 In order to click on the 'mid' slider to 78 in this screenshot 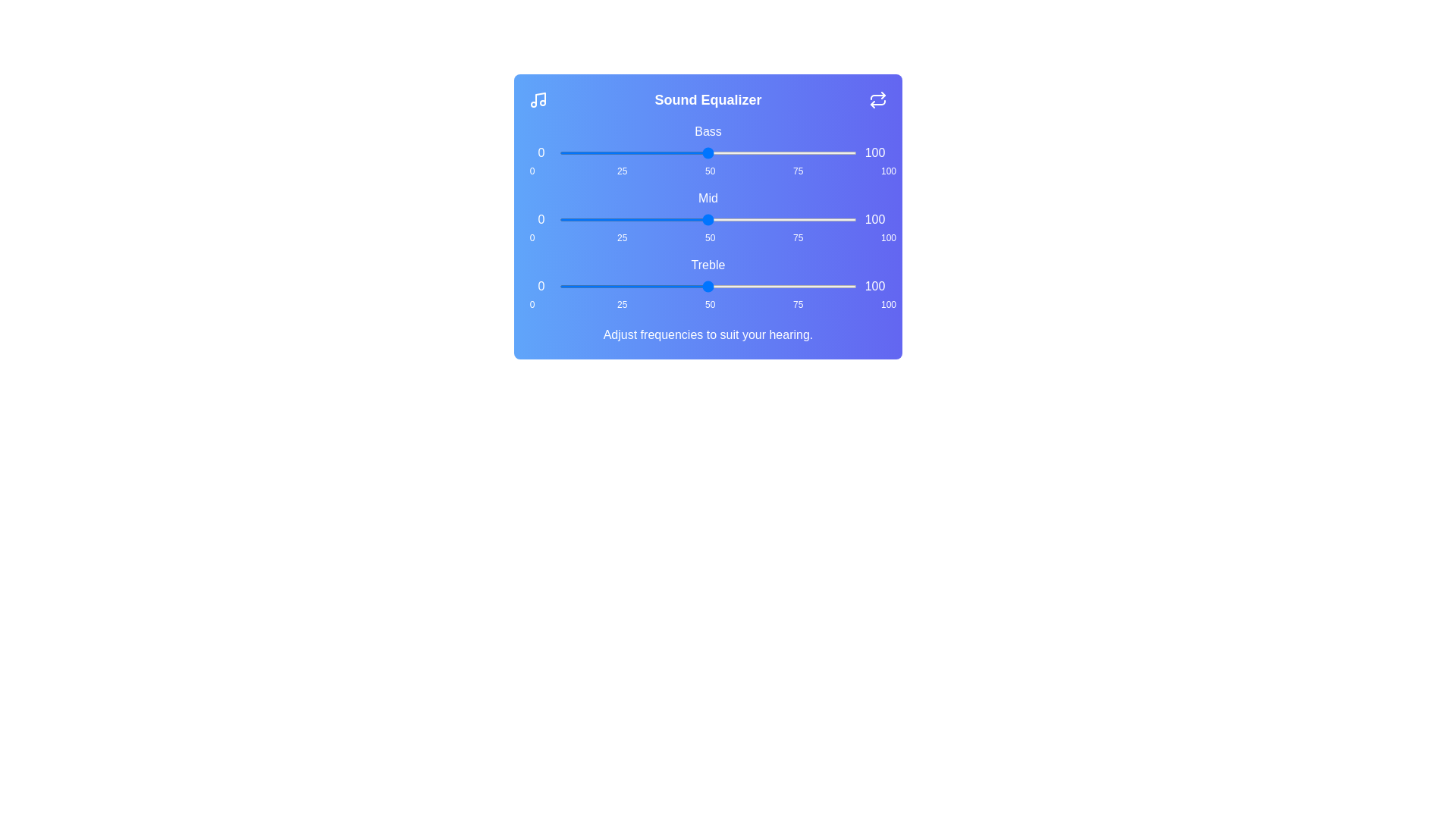, I will do `click(790, 219)`.